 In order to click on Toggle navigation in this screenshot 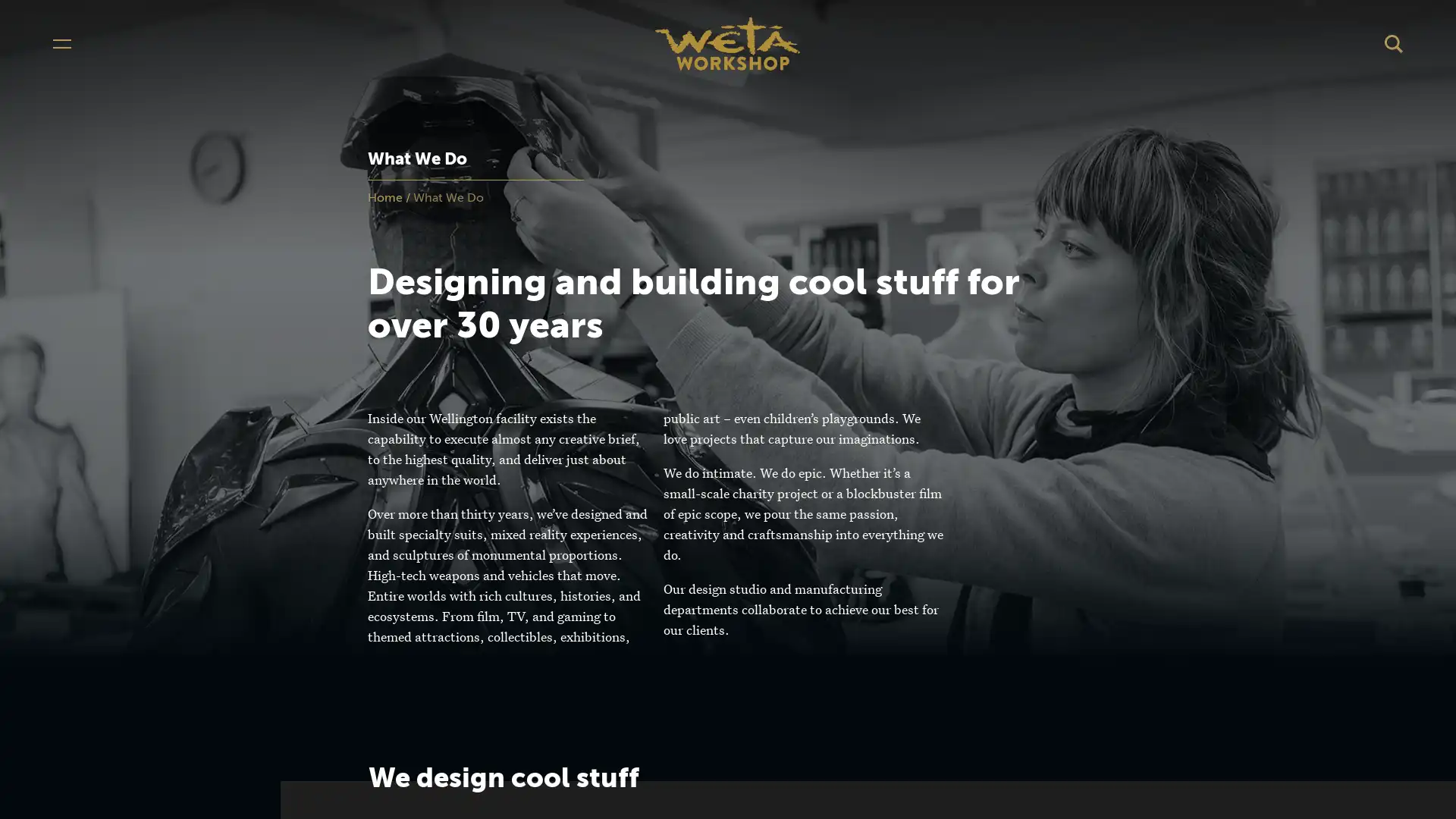, I will do `click(61, 42)`.